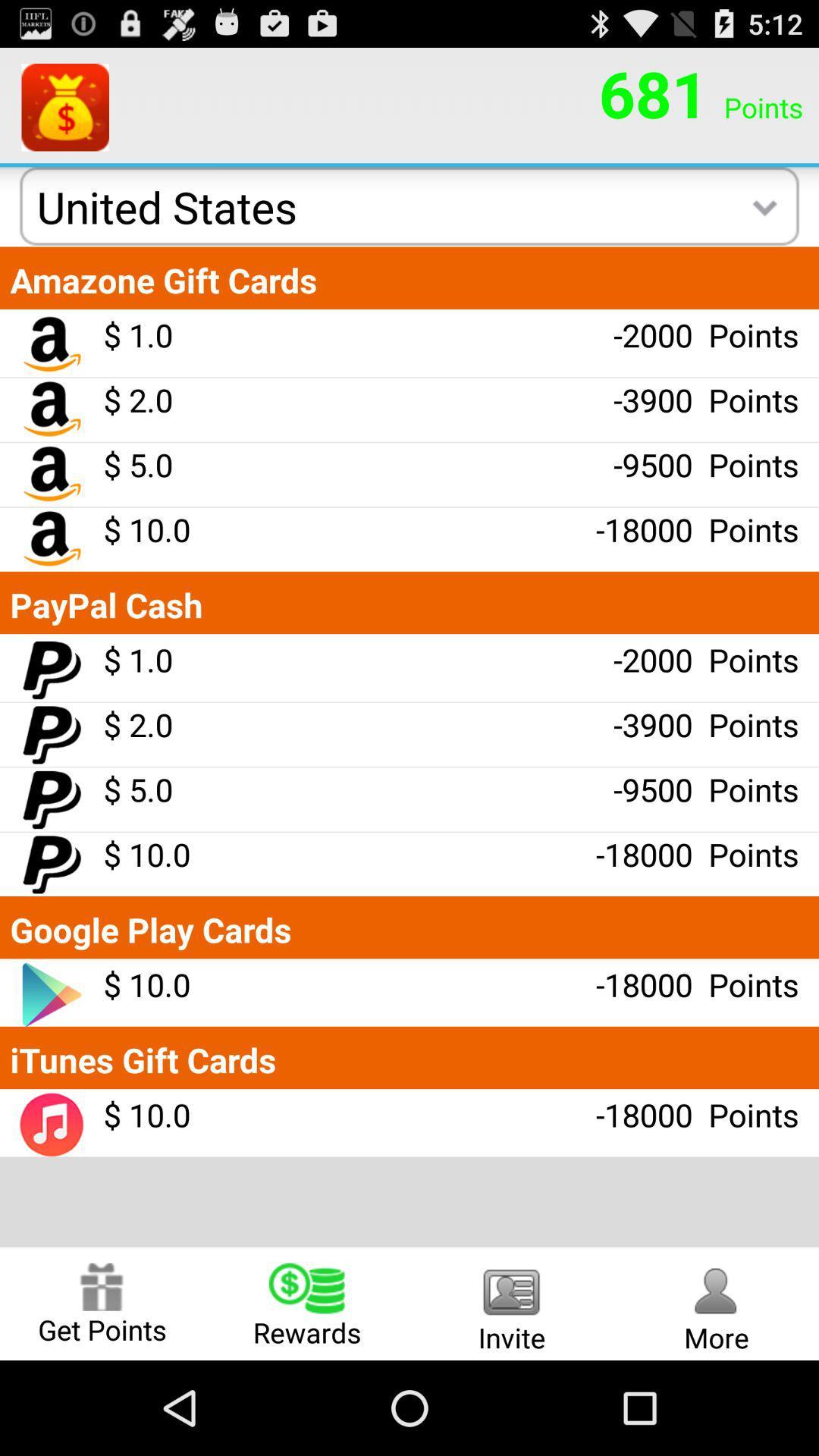 Image resolution: width=819 pixels, height=1456 pixels. Describe the element at coordinates (102, 1303) in the screenshot. I see `the icon next to the rewards icon` at that location.